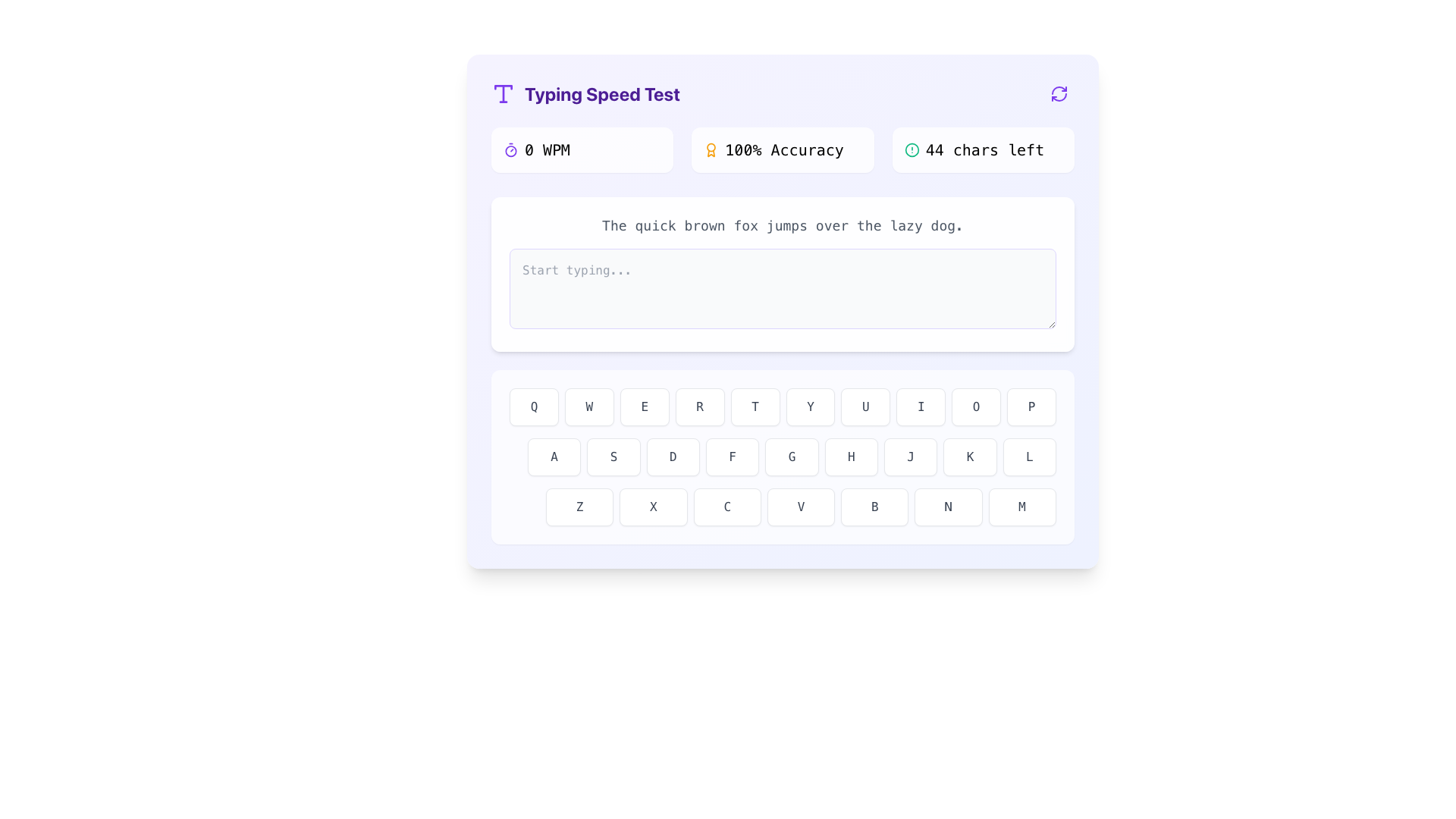  What do you see at coordinates (783, 149) in the screenshot?
I see `the second element in the horizontal grouping of typing speed metrics, which features a golden badge icon and the text '100% Accuracy'` at bounding box center [783, 149].